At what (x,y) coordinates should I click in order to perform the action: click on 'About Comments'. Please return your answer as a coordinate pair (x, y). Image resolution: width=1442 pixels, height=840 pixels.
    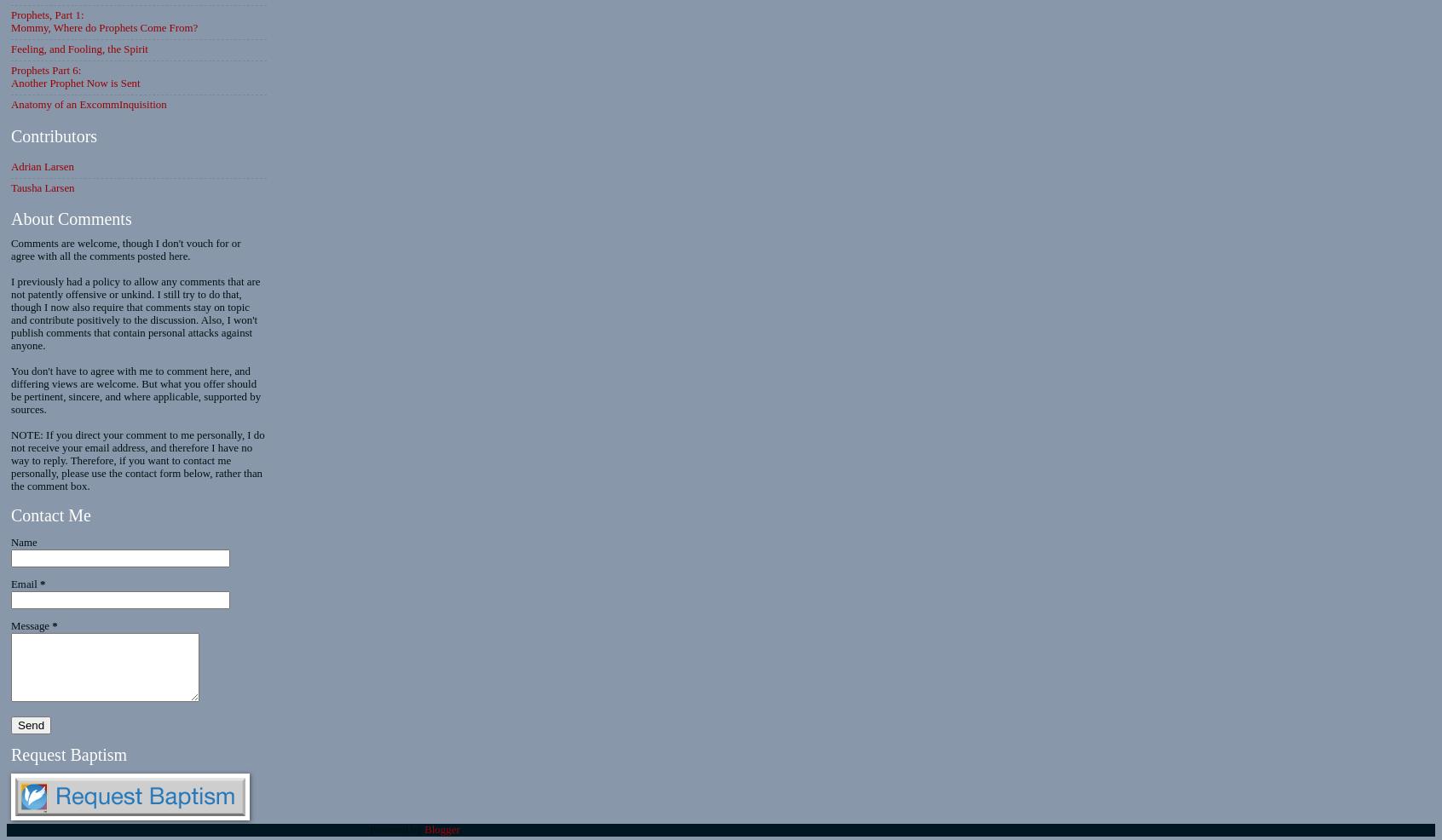
    Looking at the image, I should click on (71, 218).